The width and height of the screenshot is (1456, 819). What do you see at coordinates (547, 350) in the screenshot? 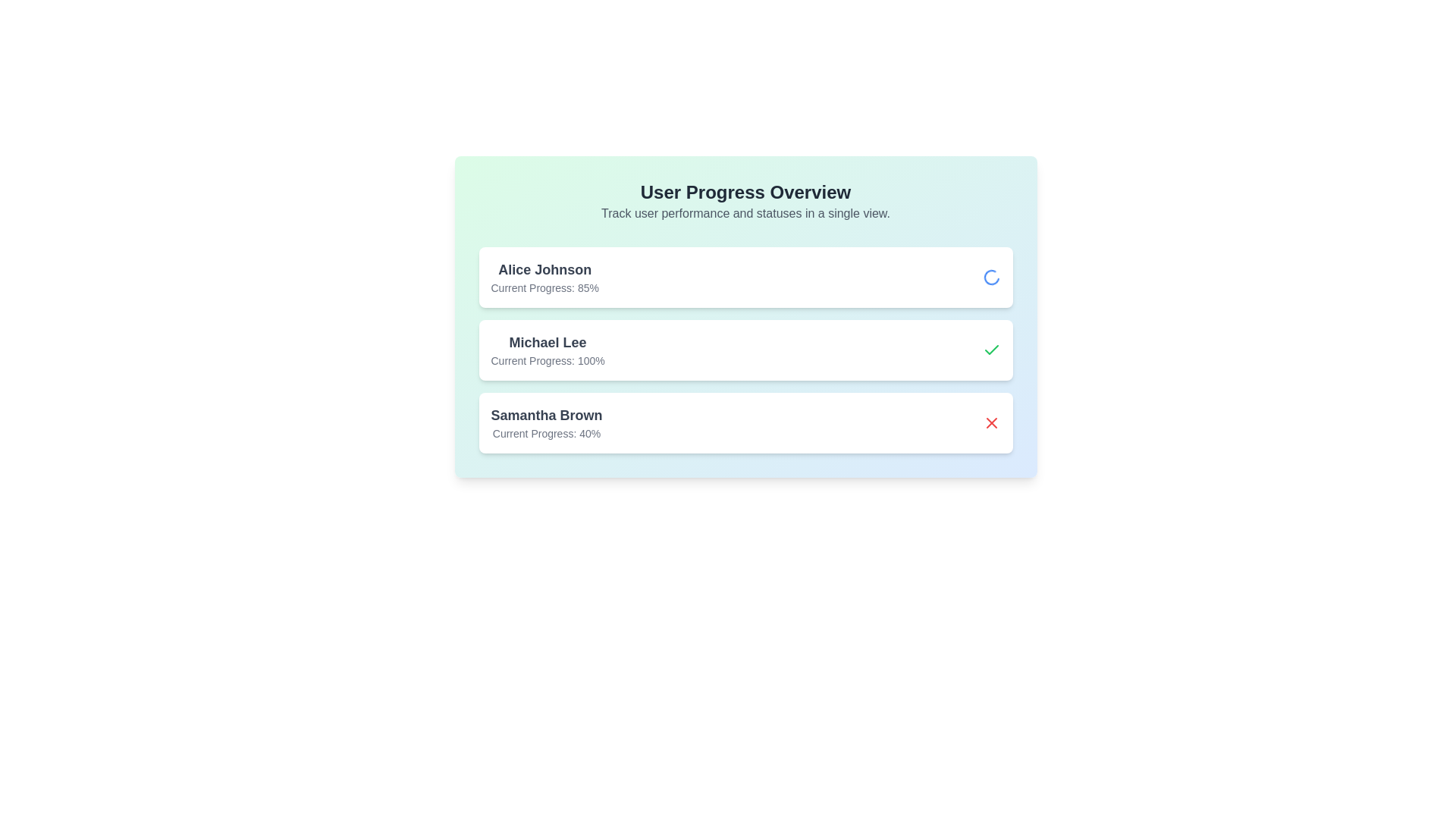
I see `the text block displaying 'Michael Lee' and 'Current Progress: 100%' in the second card of the user progress statuses list` at bounding box center [547, 350].